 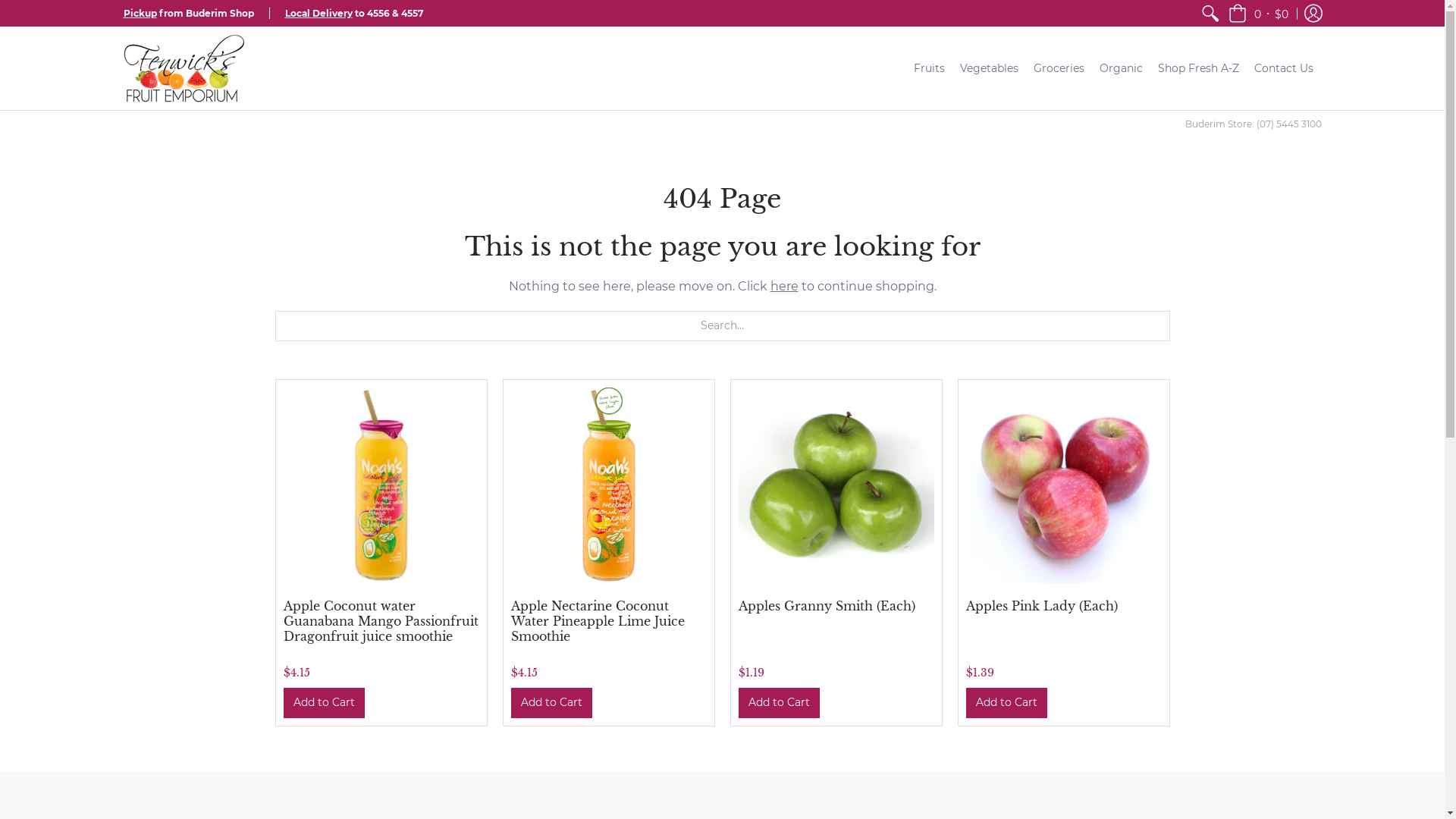 What do you see at coordinates (1312, 13) in the screenshot?
I see `'Log in'` at bounding box center [1312, 13].